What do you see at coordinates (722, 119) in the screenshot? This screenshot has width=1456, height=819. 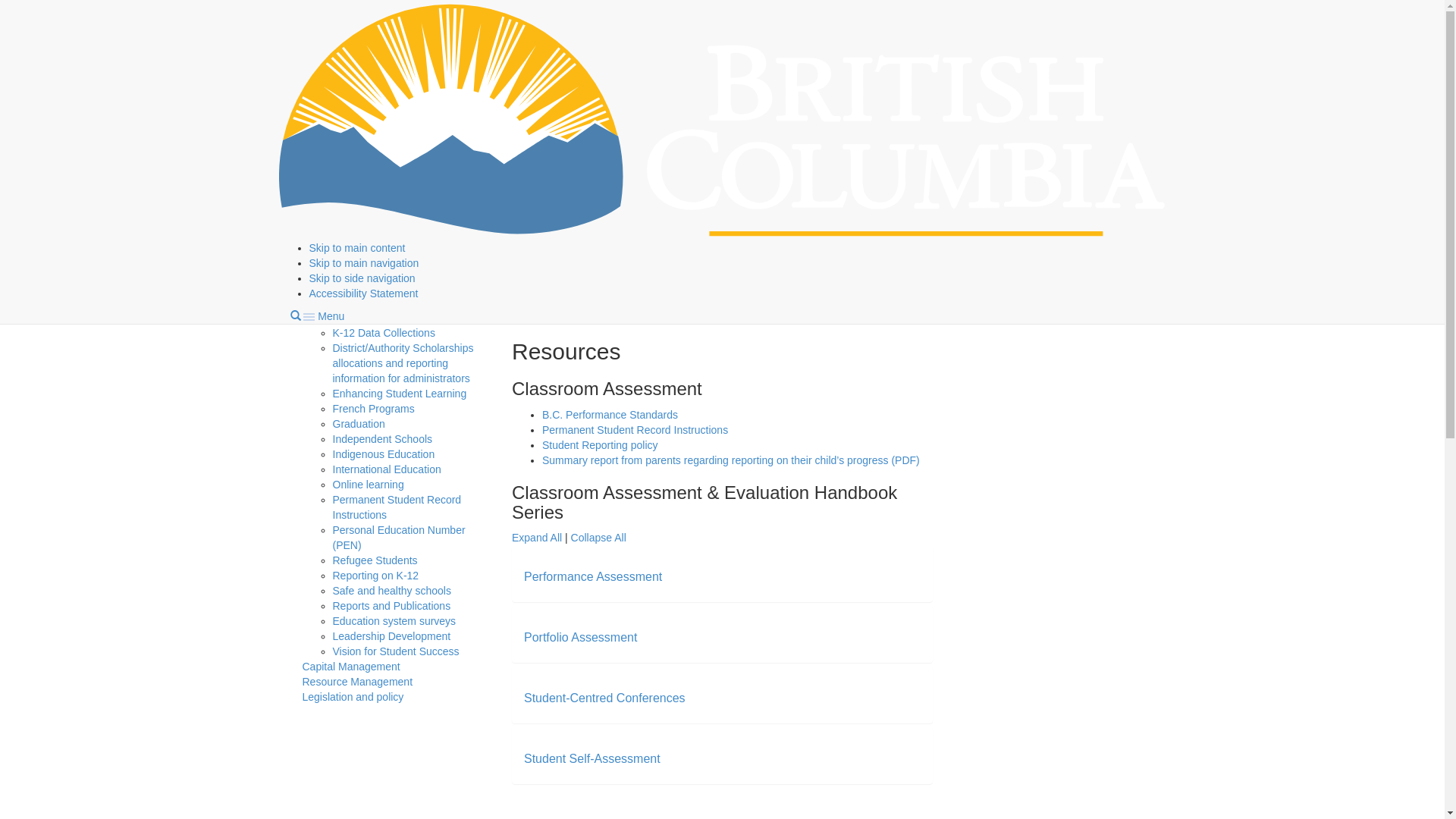 I see `'Government of B.C.'` at bounding box center [722, 119].